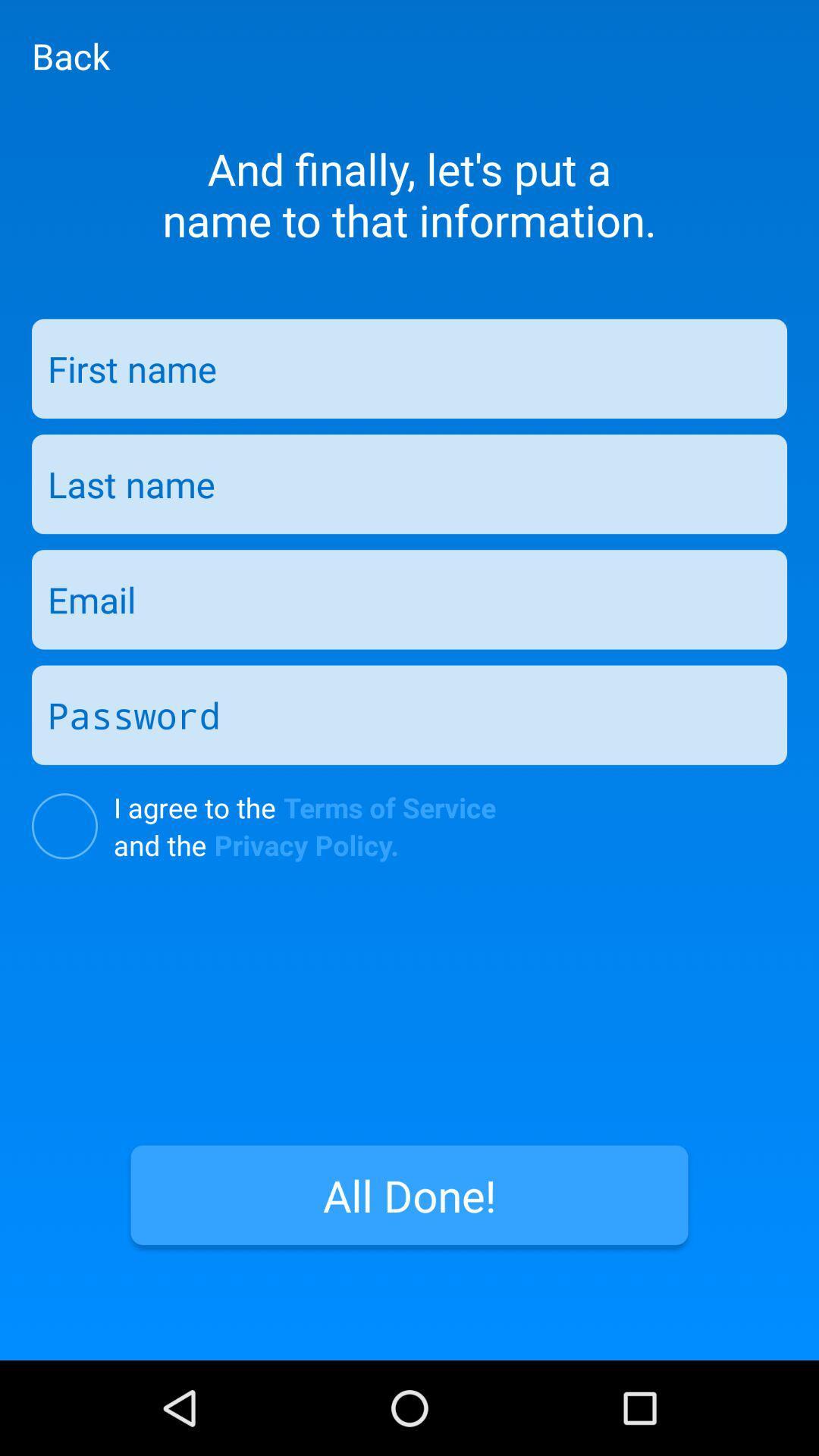 This screenshot has height=1456, width=819. Describe the element at coordinates (409, 369) in the screenshot. I see `first name` at that location.